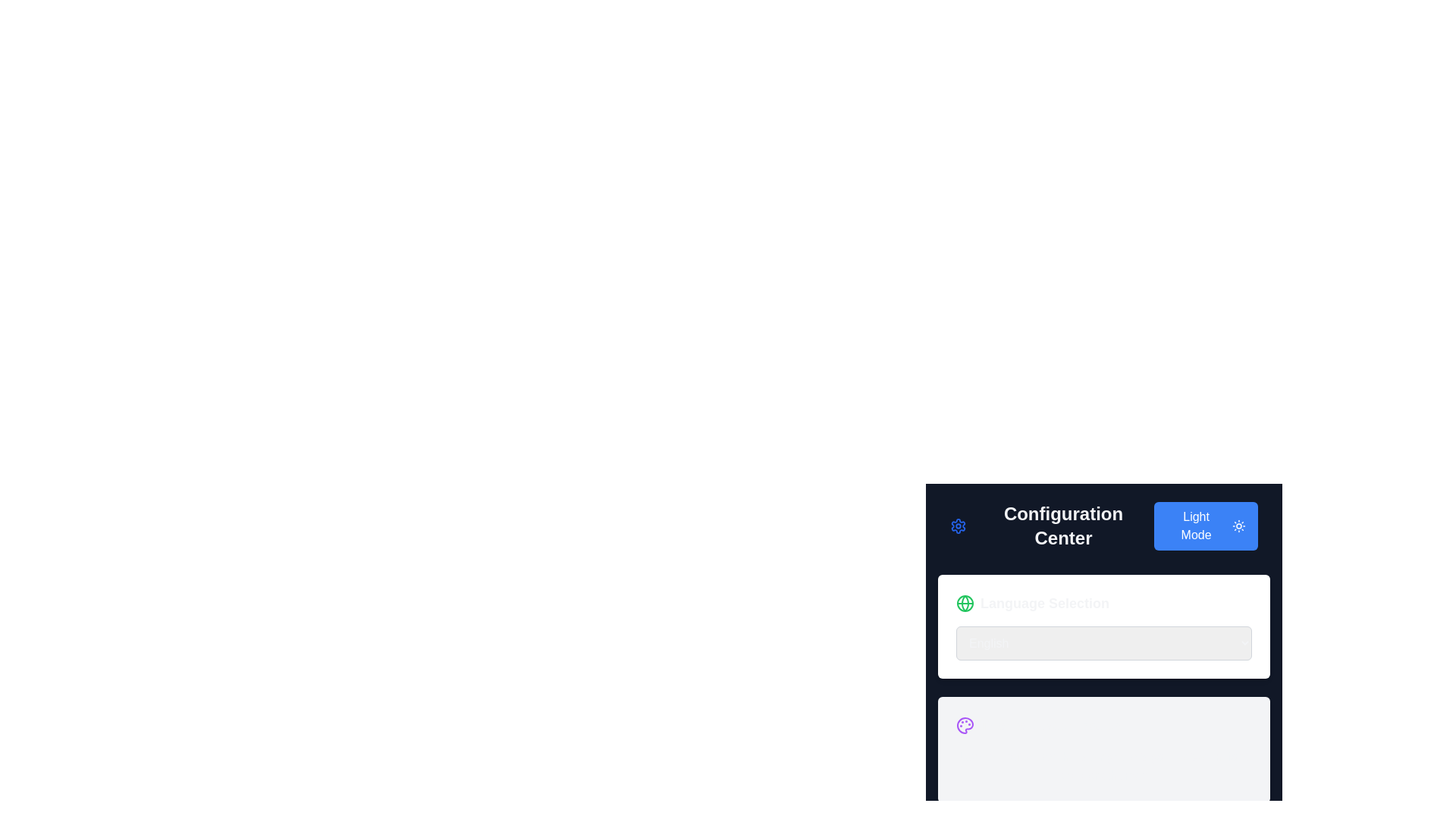 The width and height of the screenshot is (1456, 819). What do you see at coordinates (1043, 602) in the screenshot?
I see `'Language Selection' label, which is styled with bold and slightly larger font and is located beneath the 'Configuration Center' header, adjacent to a globe icon` at bounding box center [1043, 602].